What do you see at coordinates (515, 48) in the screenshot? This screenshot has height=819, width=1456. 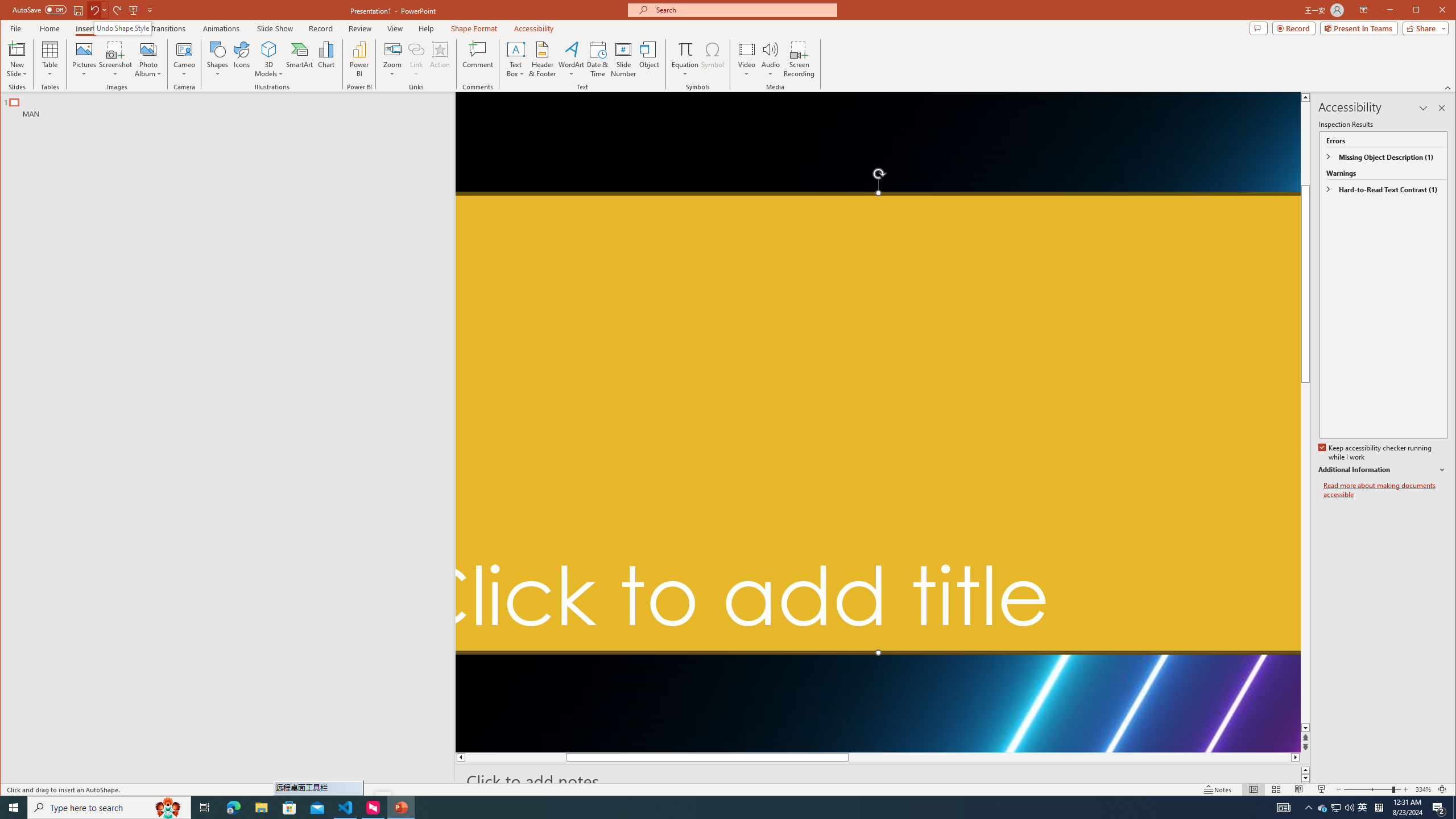 I see `'Draw Horizontal Text Box'` at bounding box center [515, 48].